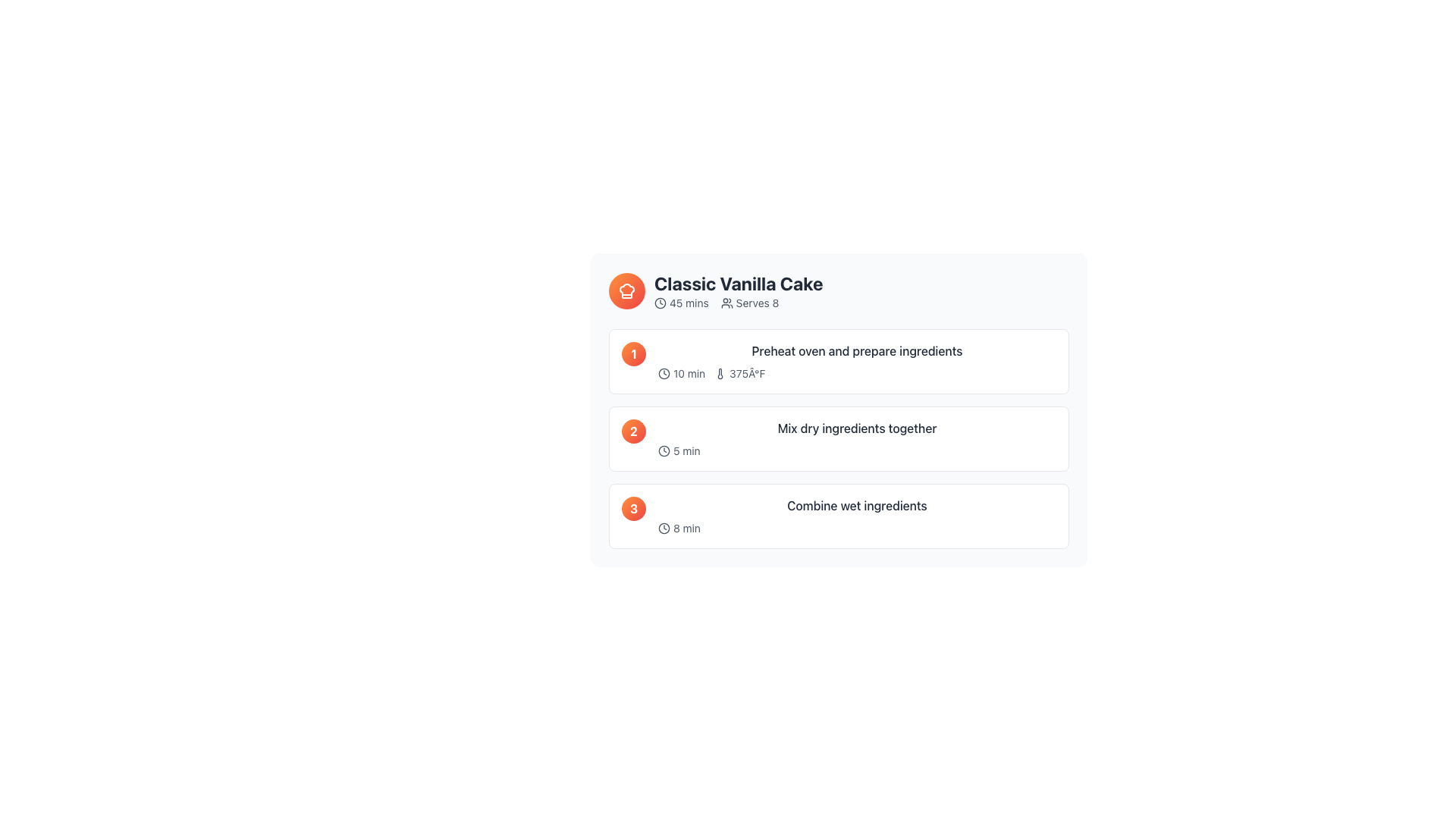 This screenshot has height=819, width=1456. Describe the element at coordinates (664, 374) in the screenshot. I see `the SVG circle that outlines the clock graphic for the '10 min' time indicator in the first step of the 'Classic Vanilla Cake' recipe instructions` at that location.